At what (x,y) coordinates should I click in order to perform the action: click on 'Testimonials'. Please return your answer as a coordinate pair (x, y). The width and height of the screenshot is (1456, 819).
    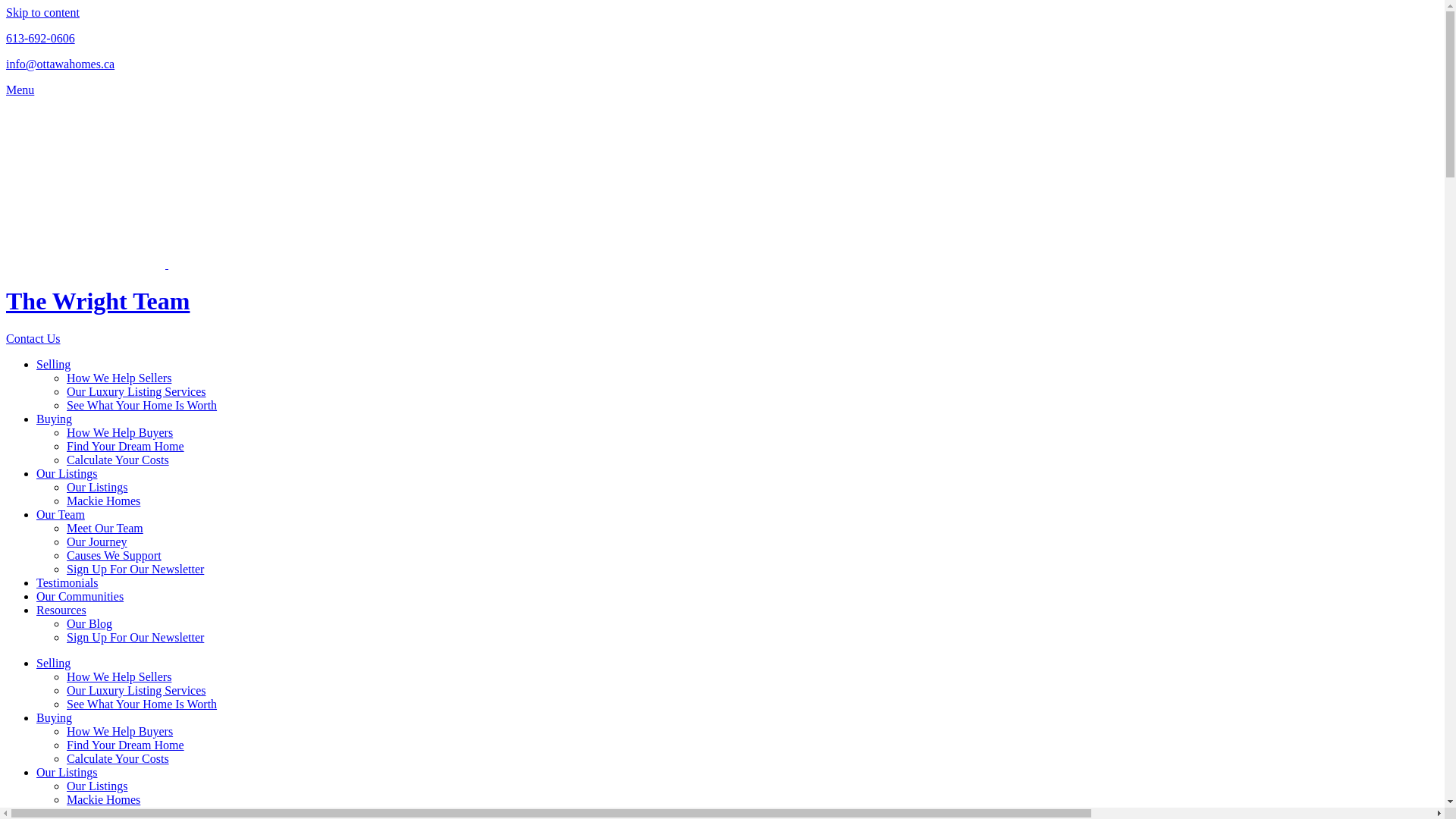
    Looking at the image, I should click on (67, 582).